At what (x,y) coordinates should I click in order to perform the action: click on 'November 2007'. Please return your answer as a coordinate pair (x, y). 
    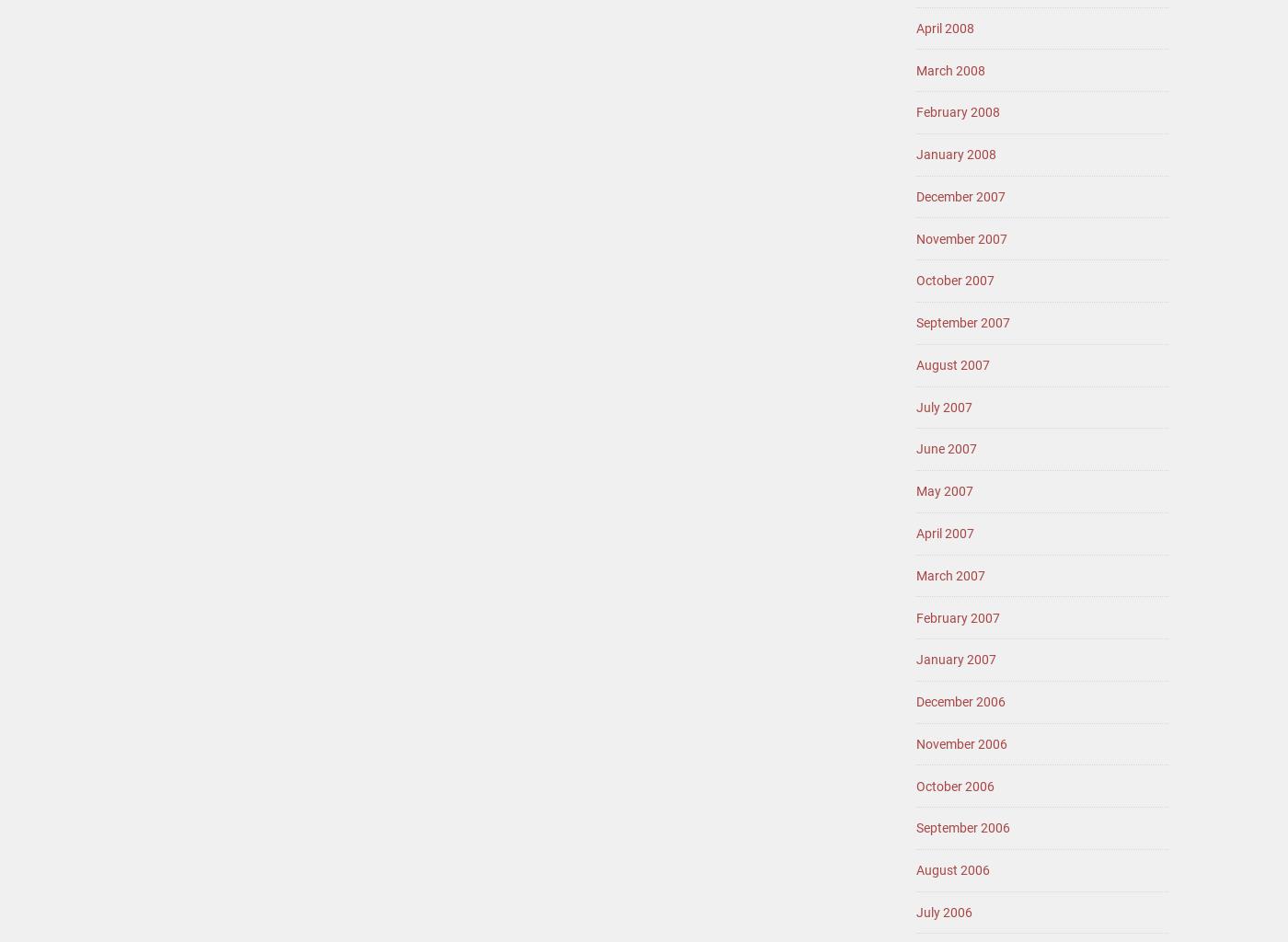
    Looking at the image, I should click on (961, 237).